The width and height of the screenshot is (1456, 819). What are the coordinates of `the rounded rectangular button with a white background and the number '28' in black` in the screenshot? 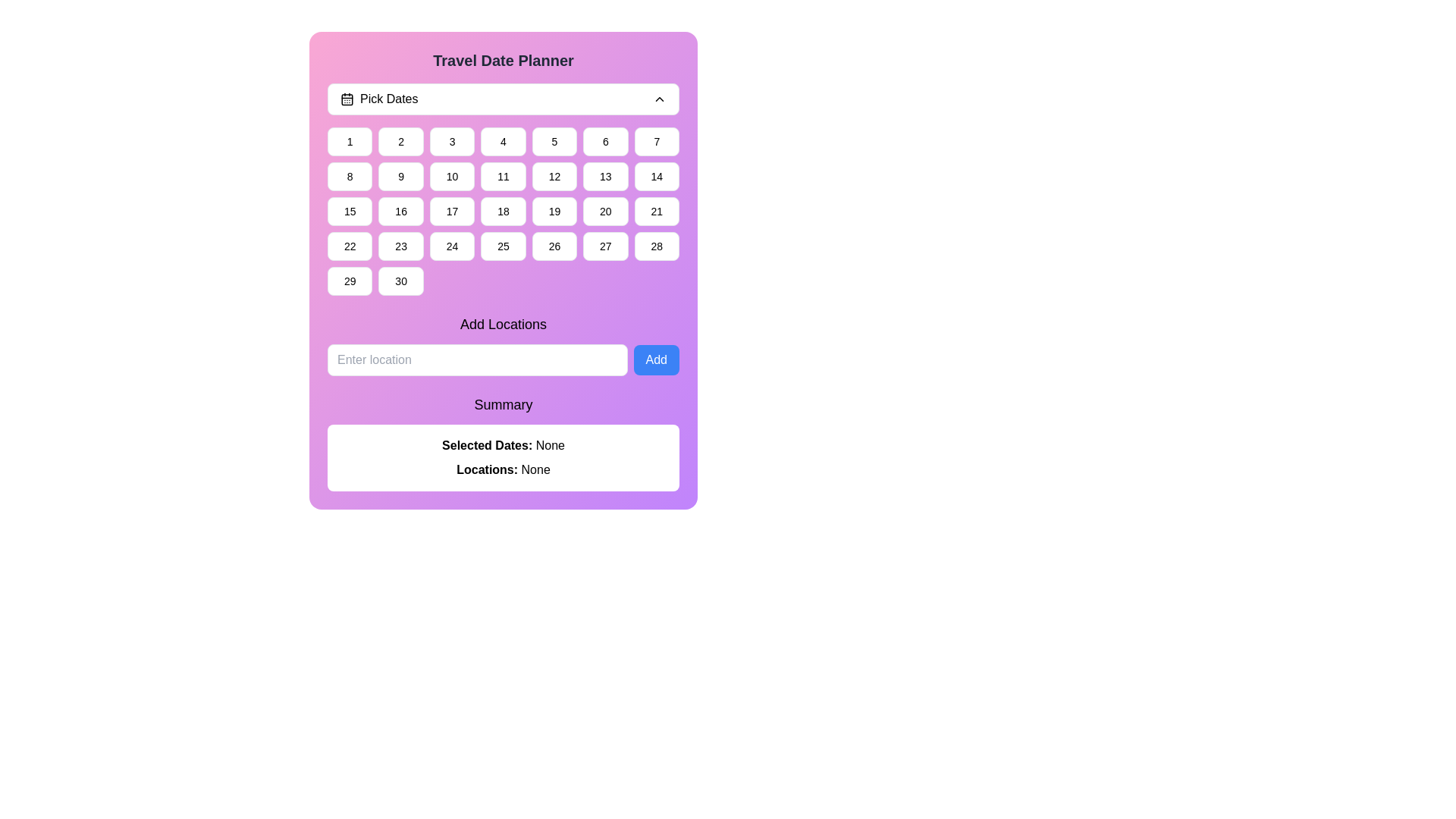 It's located at (656, 245).